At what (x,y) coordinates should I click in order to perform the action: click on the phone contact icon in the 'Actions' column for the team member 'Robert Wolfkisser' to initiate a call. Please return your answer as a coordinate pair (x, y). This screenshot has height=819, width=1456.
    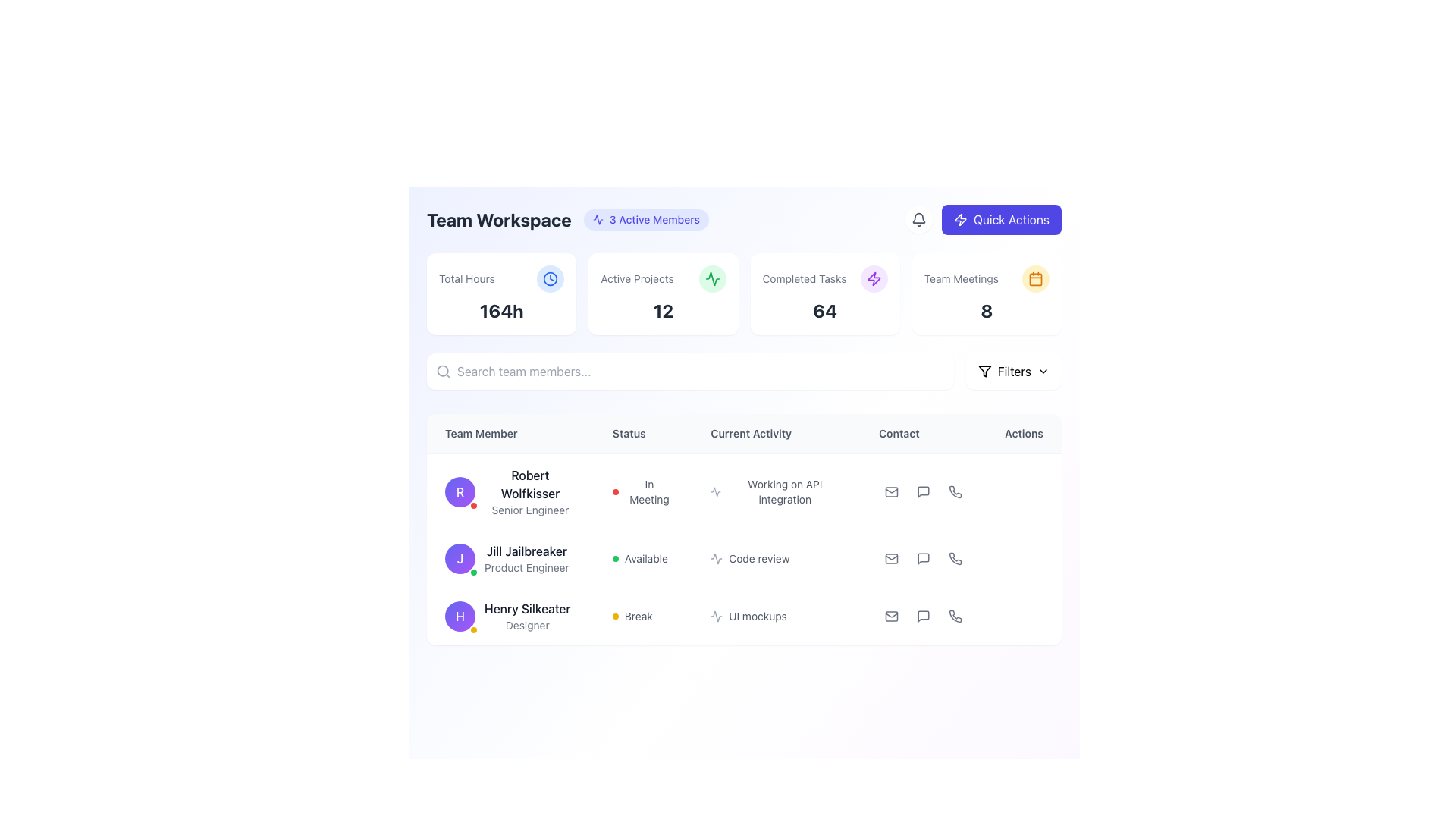
    Looking at the image, I should click on (955, 491).